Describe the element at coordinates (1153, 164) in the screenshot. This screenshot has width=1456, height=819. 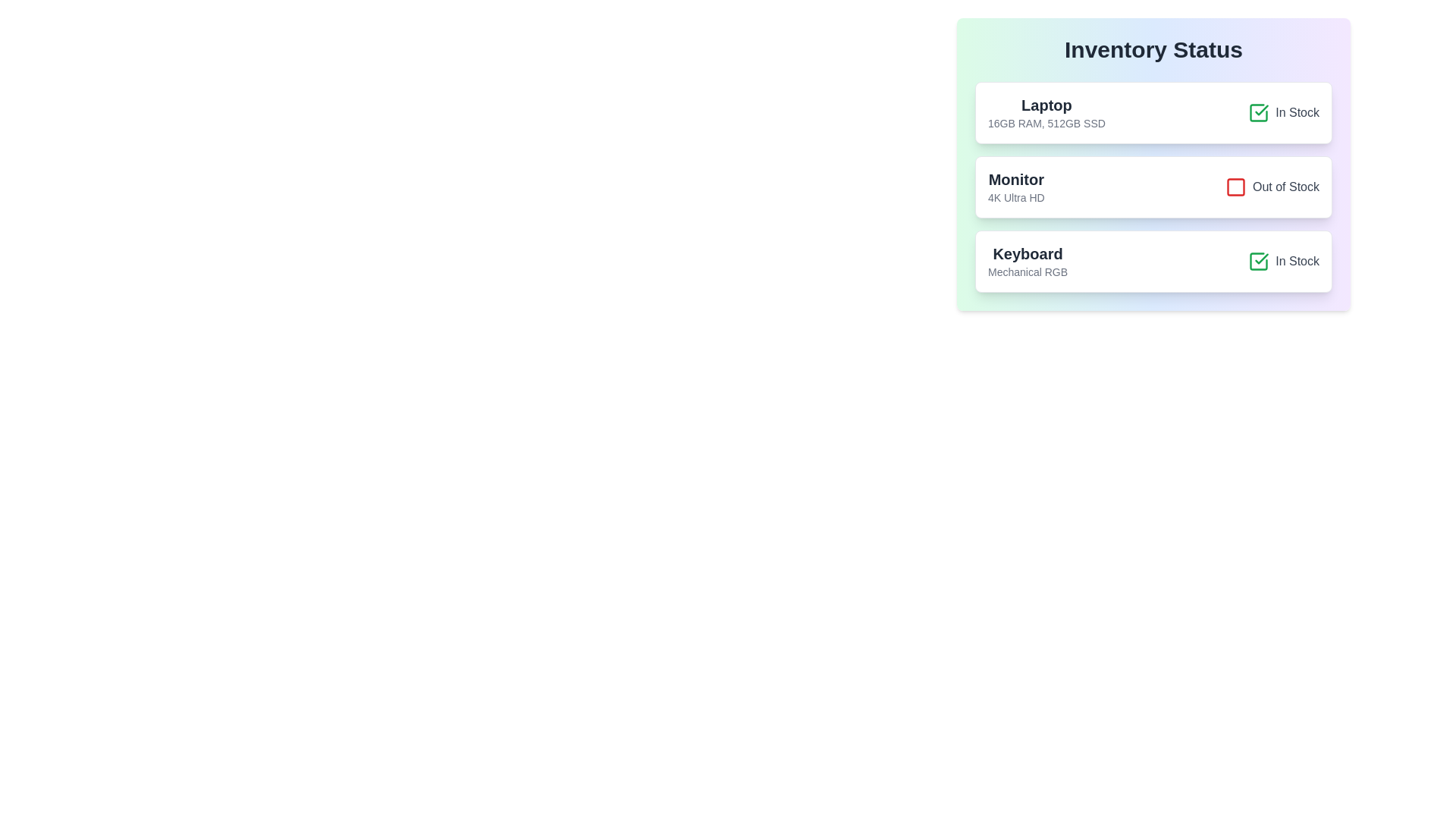
I see `the Inventory Card displaying the details of the item 'Monitor', which is the second card in a vertical list of inventory items located at the top center of the application's viewport` at that location.